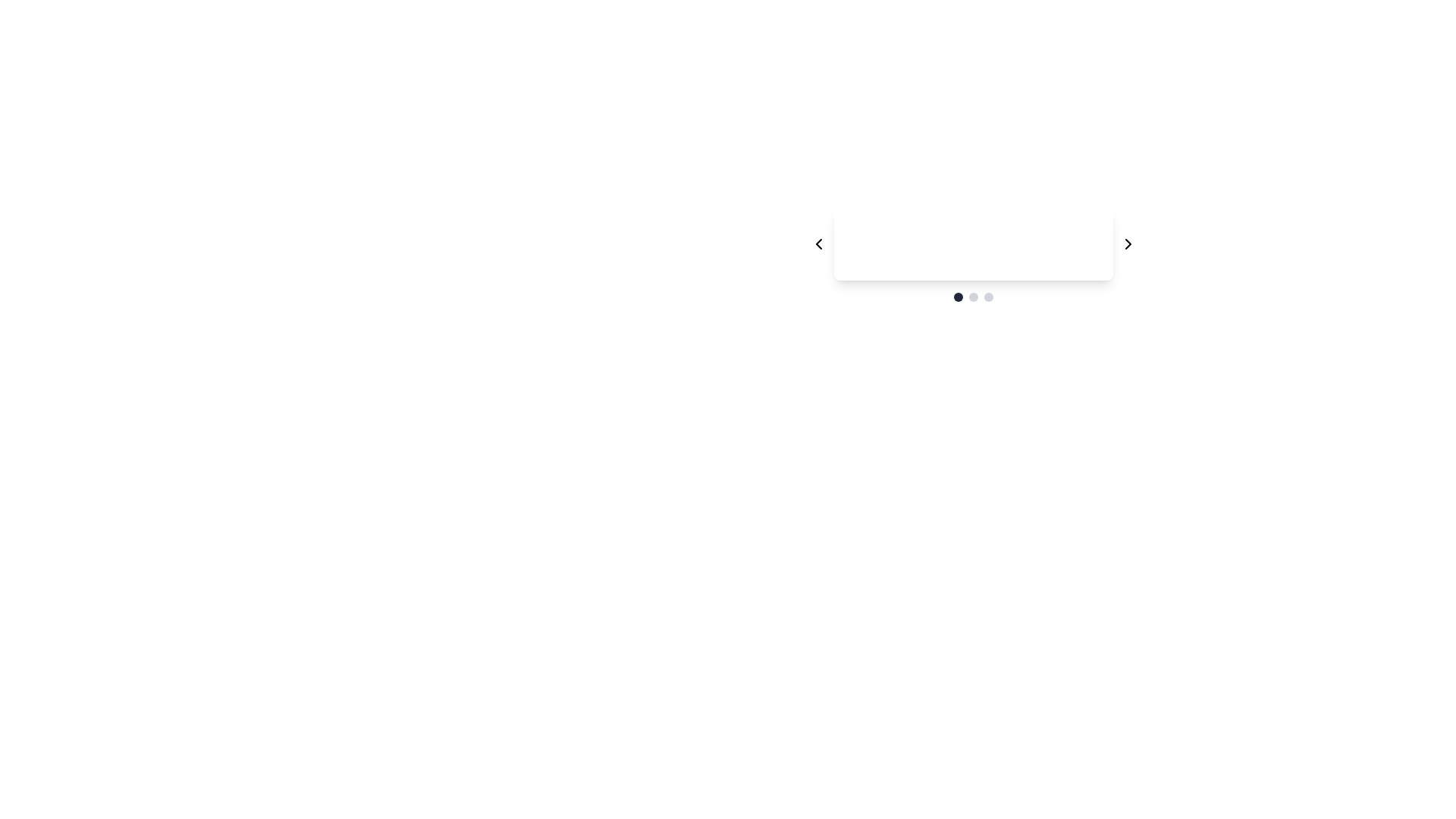  I want to click on the chevron icon in the top-right corner of the carousel, so click(1128, 243).